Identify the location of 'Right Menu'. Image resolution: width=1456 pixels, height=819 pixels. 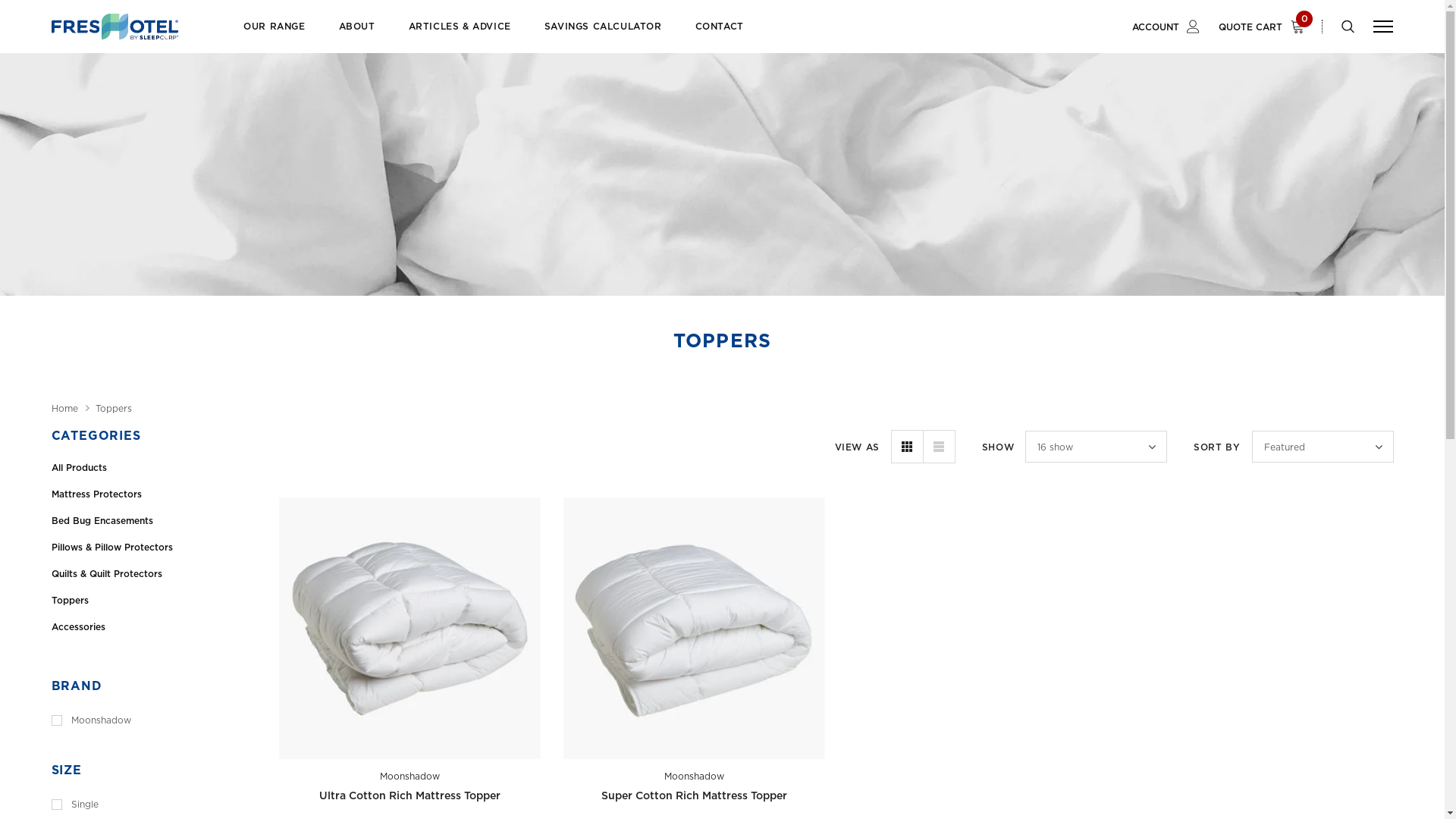
(1373, 26).